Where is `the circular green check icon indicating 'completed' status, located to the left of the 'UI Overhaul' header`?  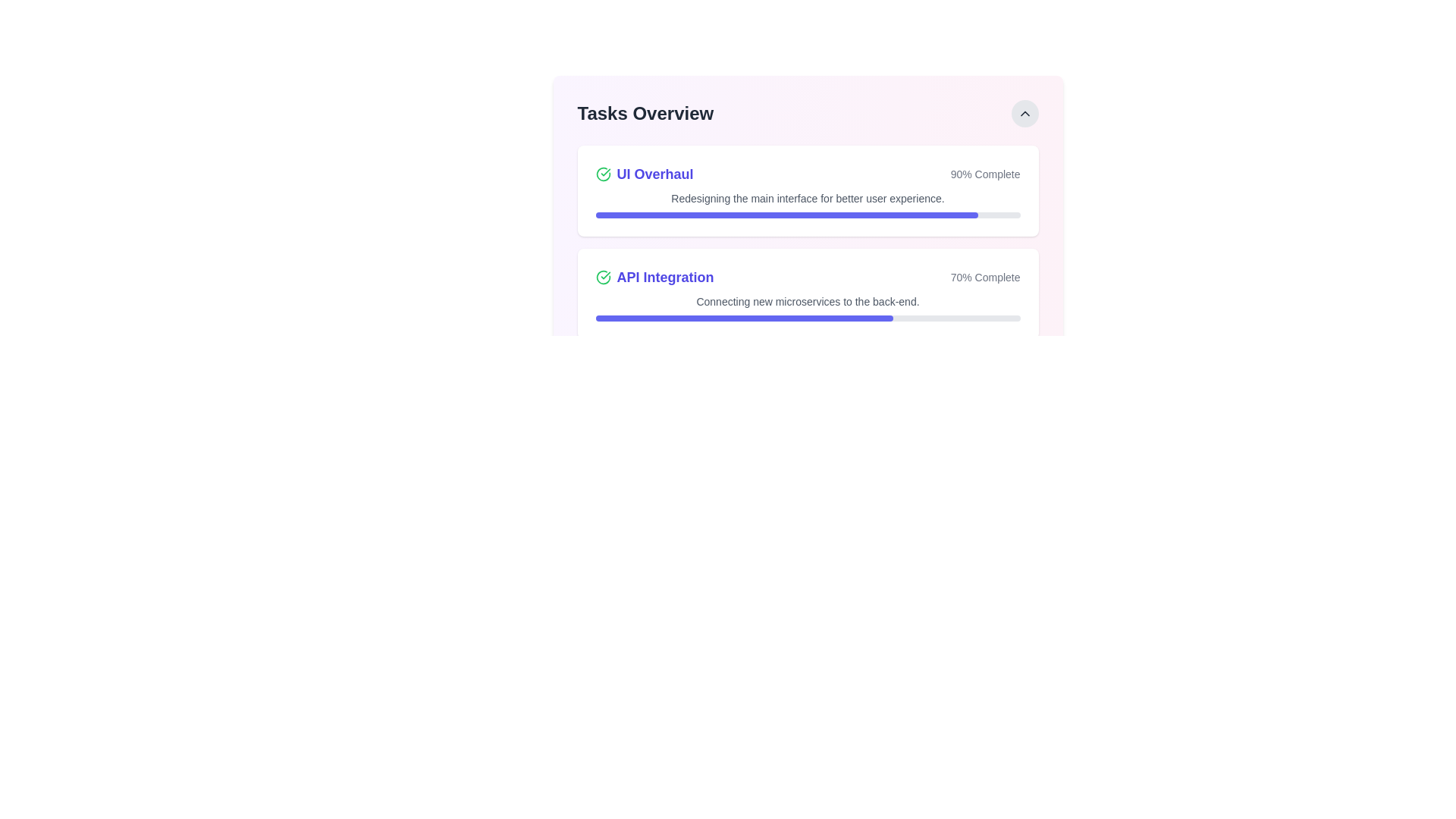 the circular green check icon indicating 'completed' status, located to the left of the 'UI Overhaul' header is located at coordinates (602, 174).